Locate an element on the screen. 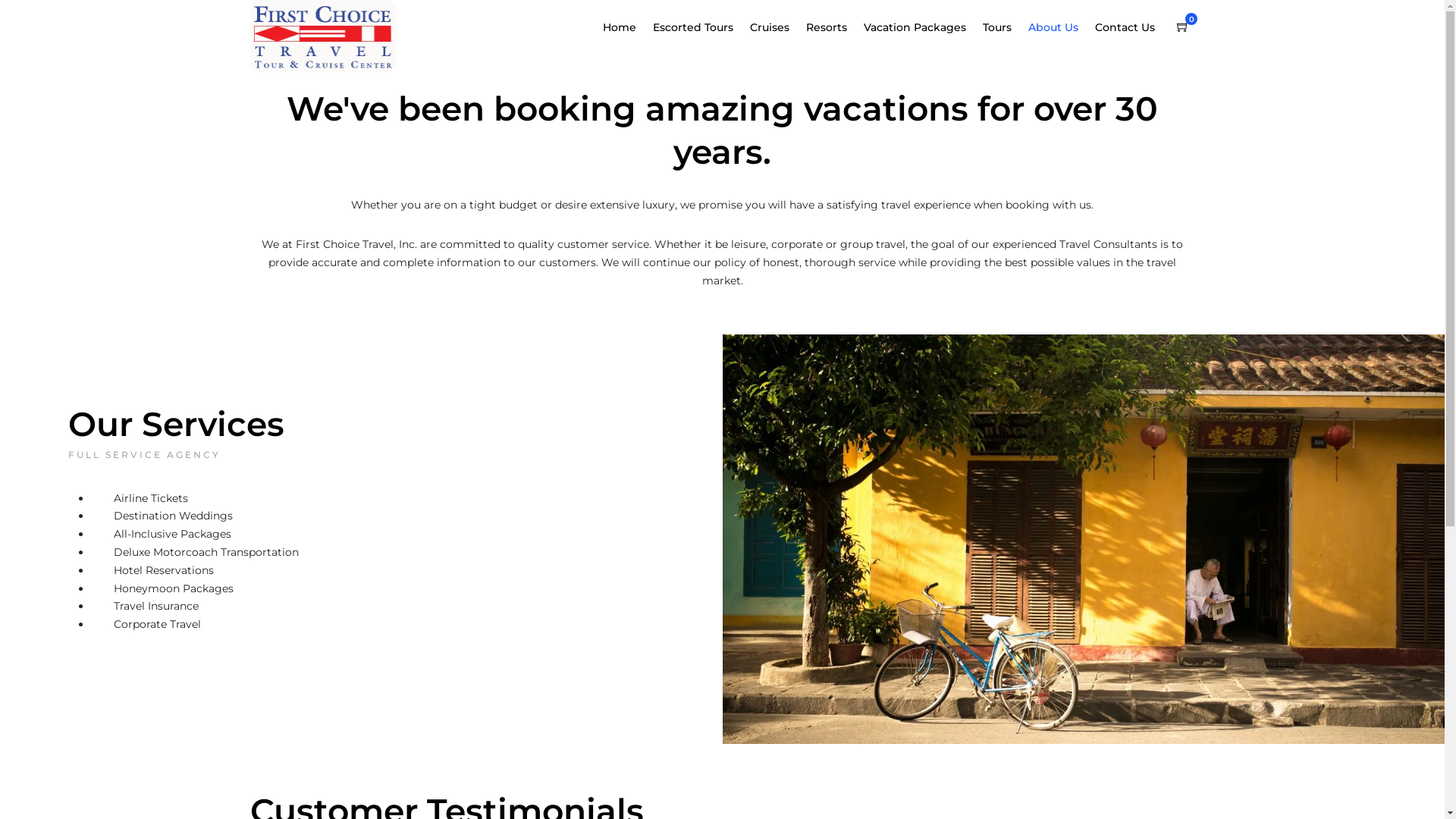  'Tours' is located at coordinates (1003, 28).